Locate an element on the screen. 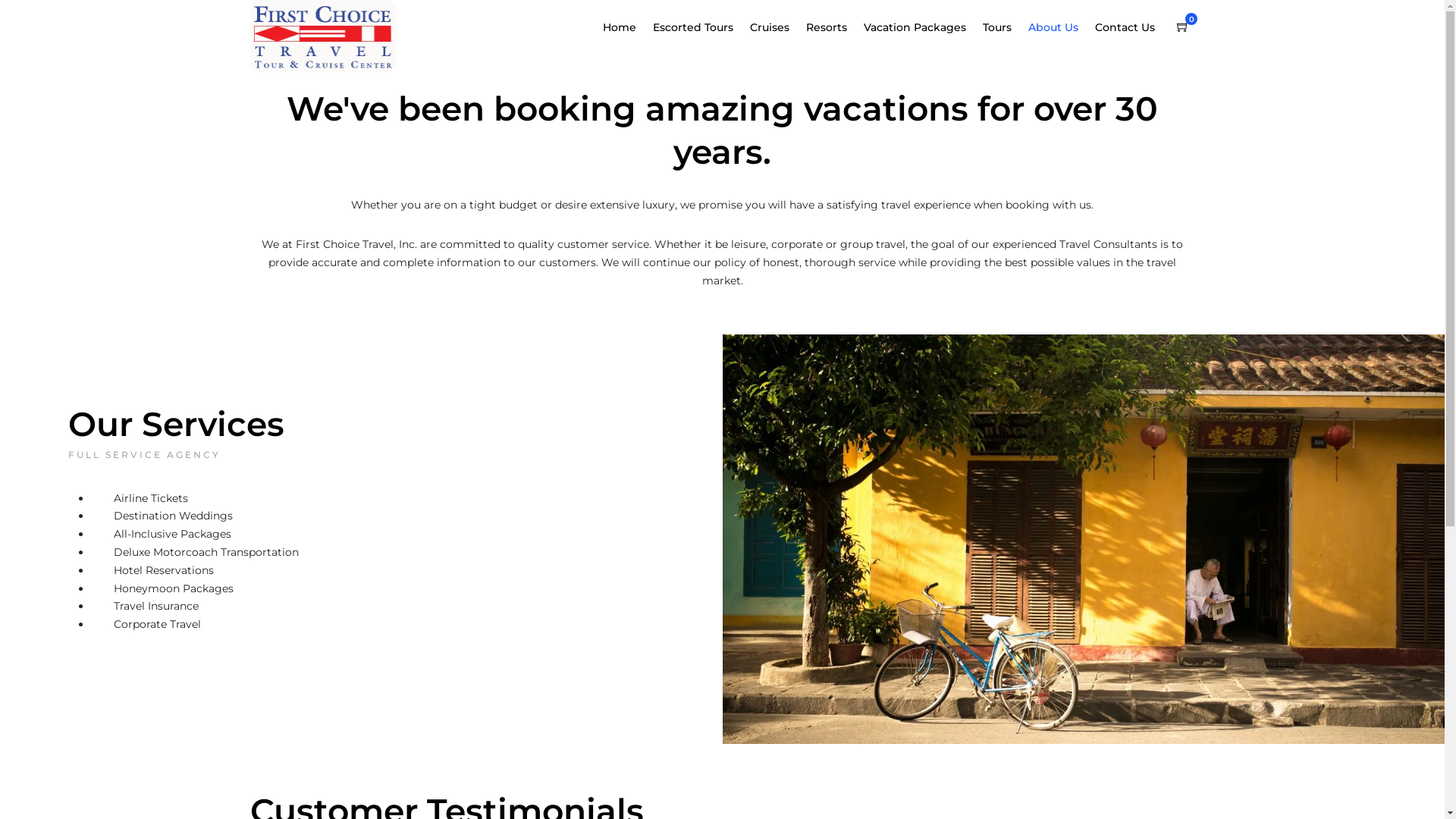  'Tours' is located at coordinates (1003, 28).